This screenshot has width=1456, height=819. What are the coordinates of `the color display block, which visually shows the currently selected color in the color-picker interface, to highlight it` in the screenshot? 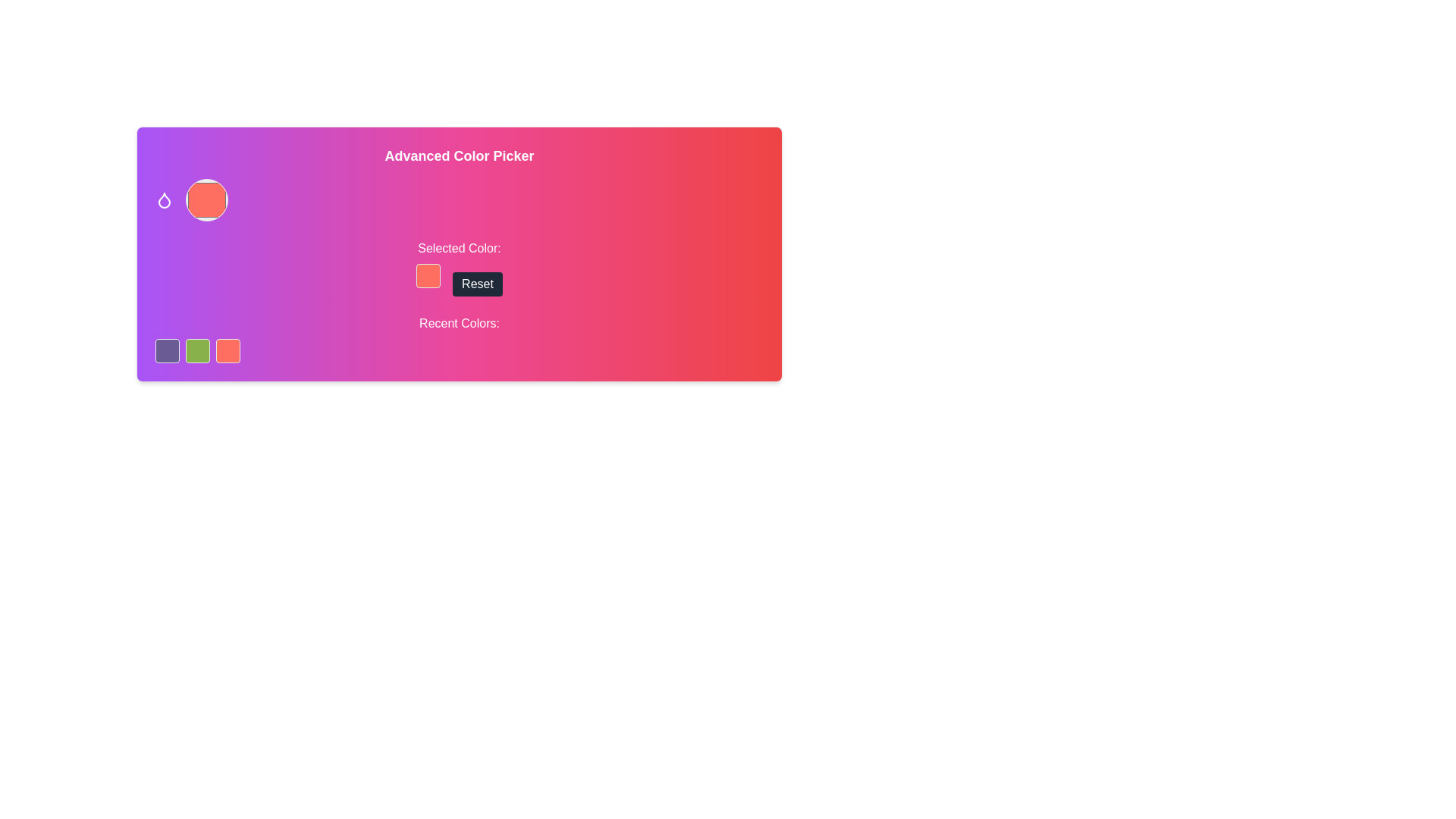 It's located at (428, 275).